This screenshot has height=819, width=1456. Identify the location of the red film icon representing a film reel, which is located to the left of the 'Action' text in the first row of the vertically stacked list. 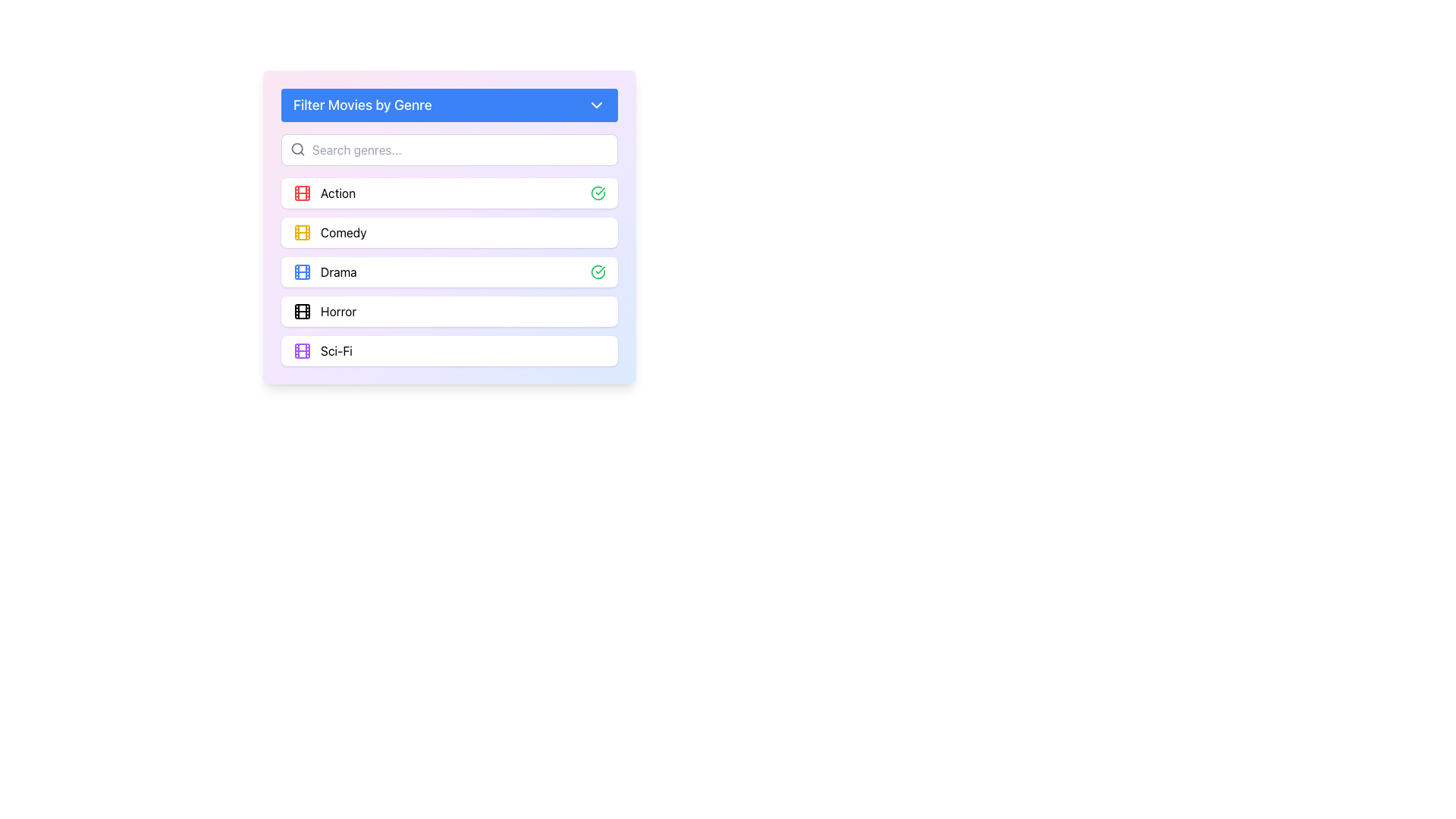
(302, 192).